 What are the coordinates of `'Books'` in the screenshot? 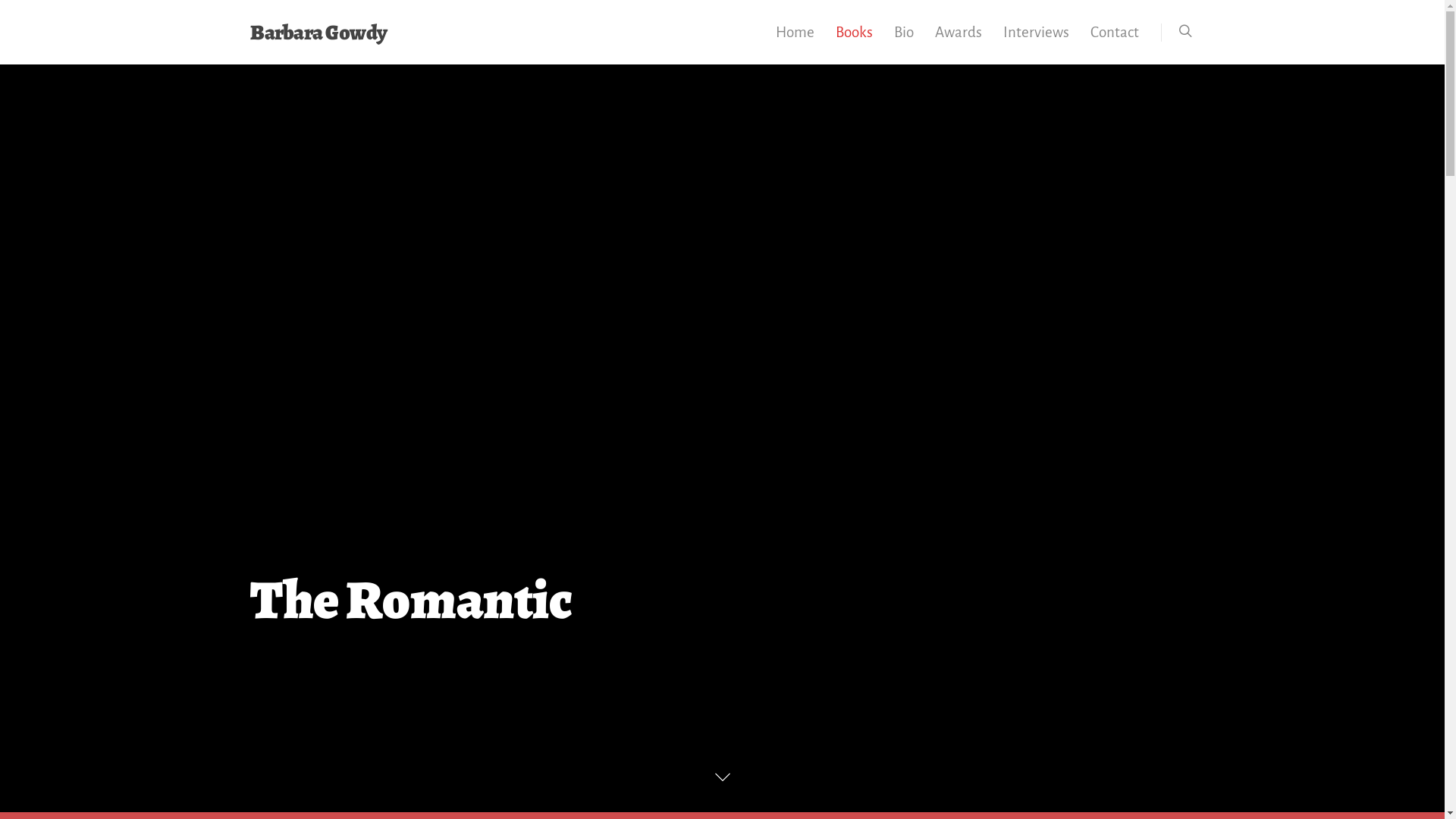 It's located at (854, 42).